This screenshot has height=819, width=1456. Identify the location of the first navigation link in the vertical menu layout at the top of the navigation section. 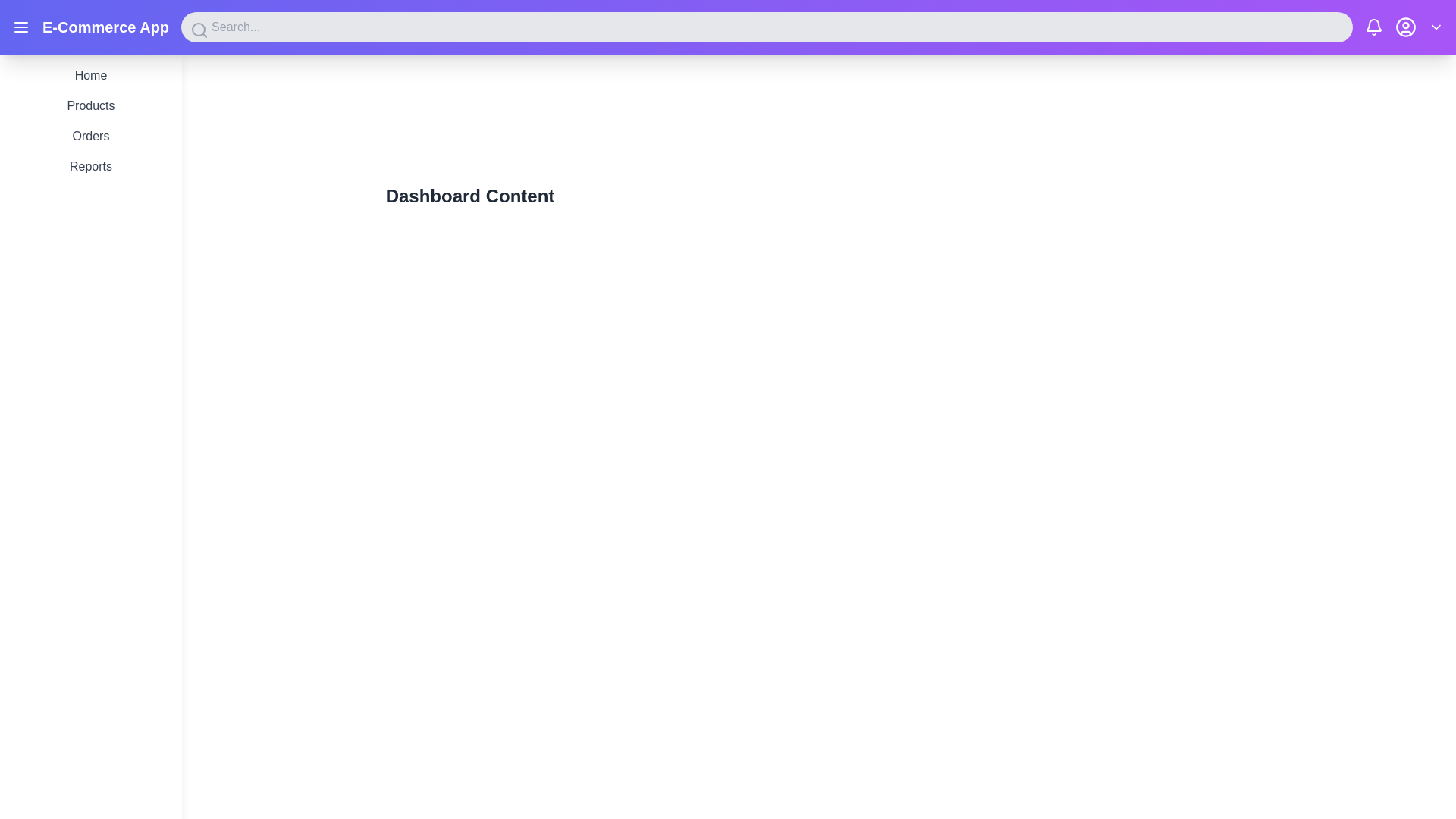
(90, 76).